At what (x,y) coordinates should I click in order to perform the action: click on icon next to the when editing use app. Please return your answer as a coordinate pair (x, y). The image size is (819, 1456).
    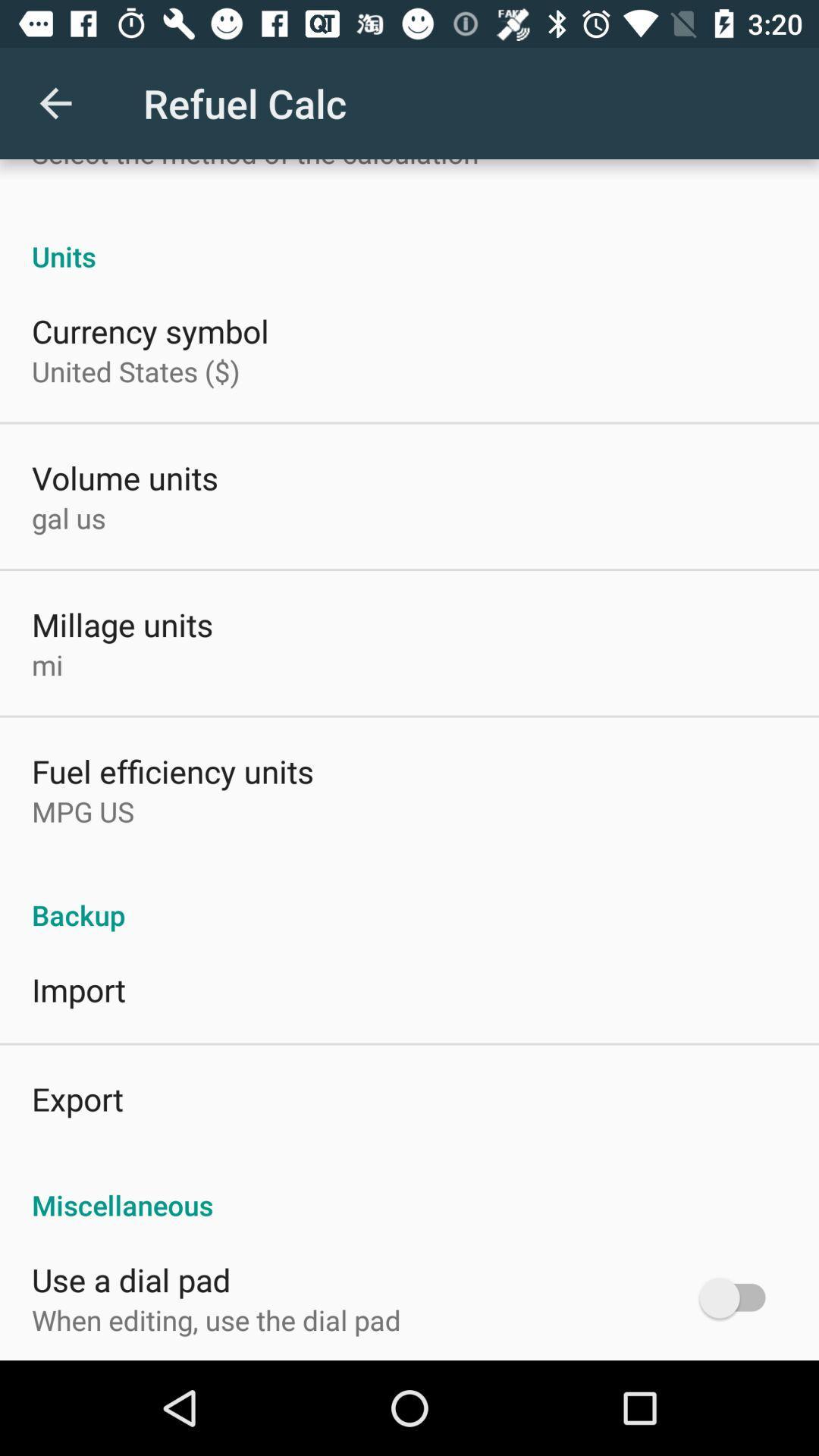
    Looking at the image, I should click on (739, 1297).